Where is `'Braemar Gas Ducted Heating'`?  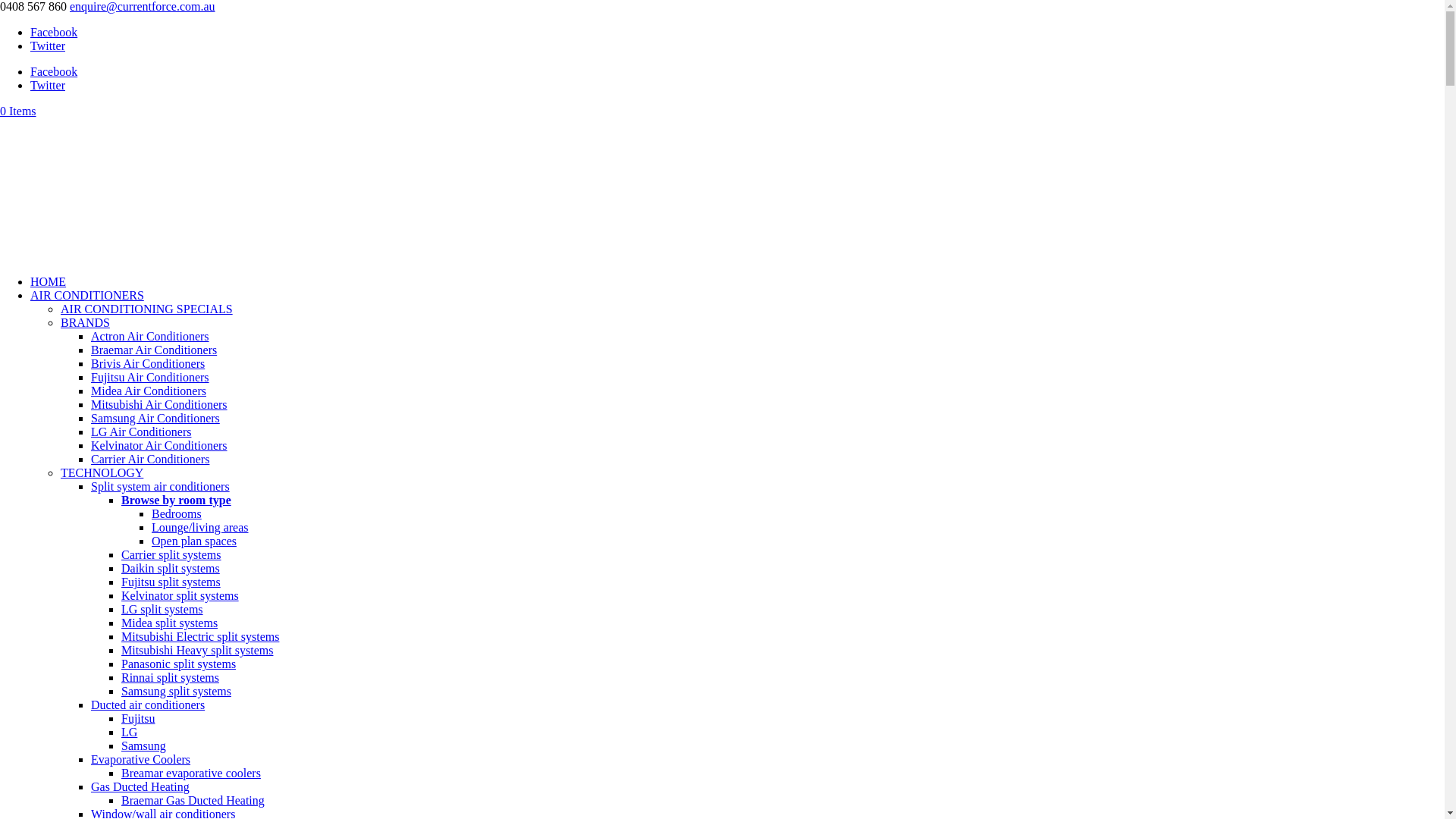
'Braemar Gas Ducted Heating' is located at coordinates (192, 799).